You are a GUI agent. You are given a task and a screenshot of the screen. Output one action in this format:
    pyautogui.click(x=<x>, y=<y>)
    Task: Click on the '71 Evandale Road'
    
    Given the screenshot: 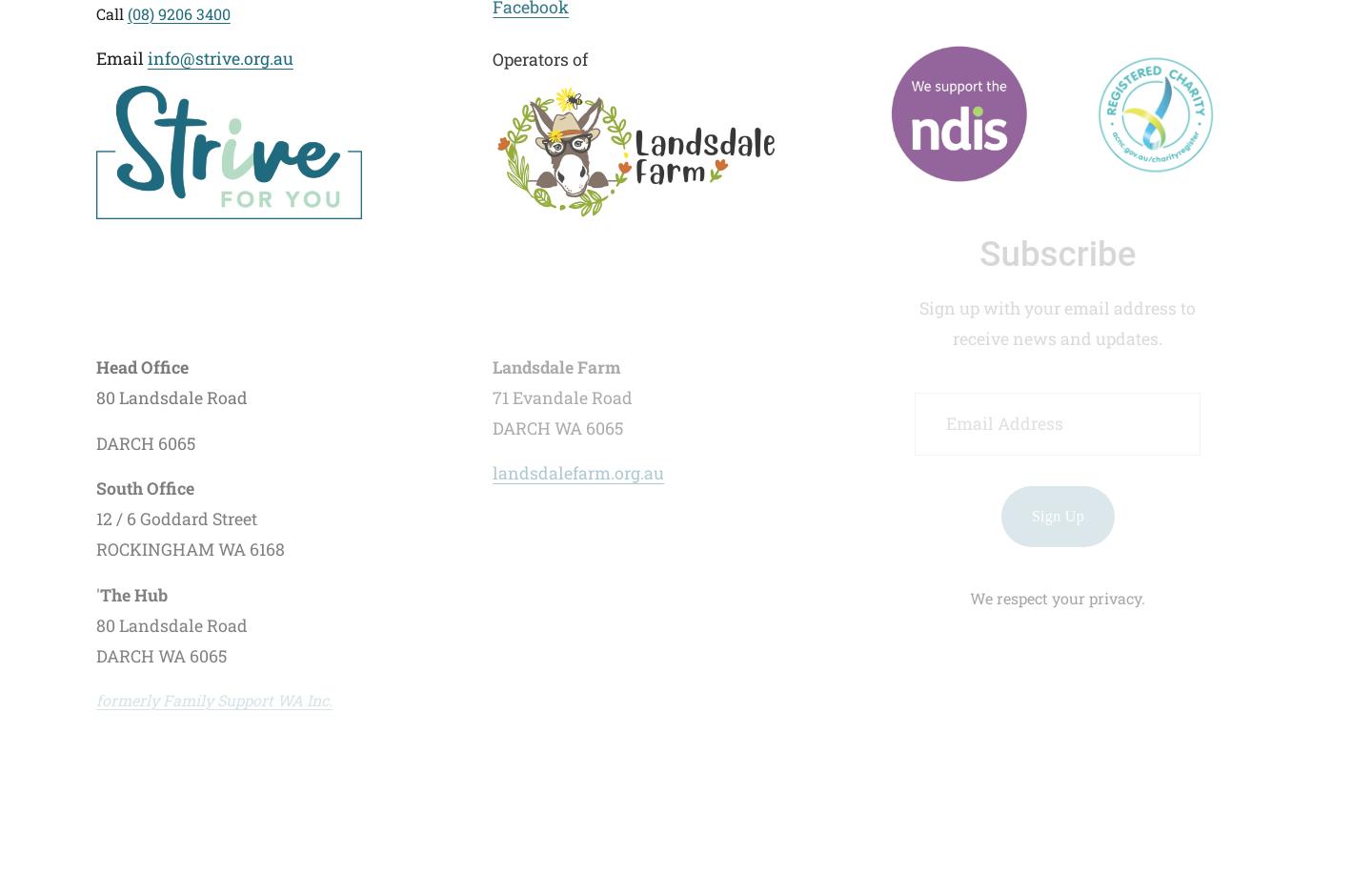 What is the action you would take?
    pyautogui.click(x=562, y=397)
    